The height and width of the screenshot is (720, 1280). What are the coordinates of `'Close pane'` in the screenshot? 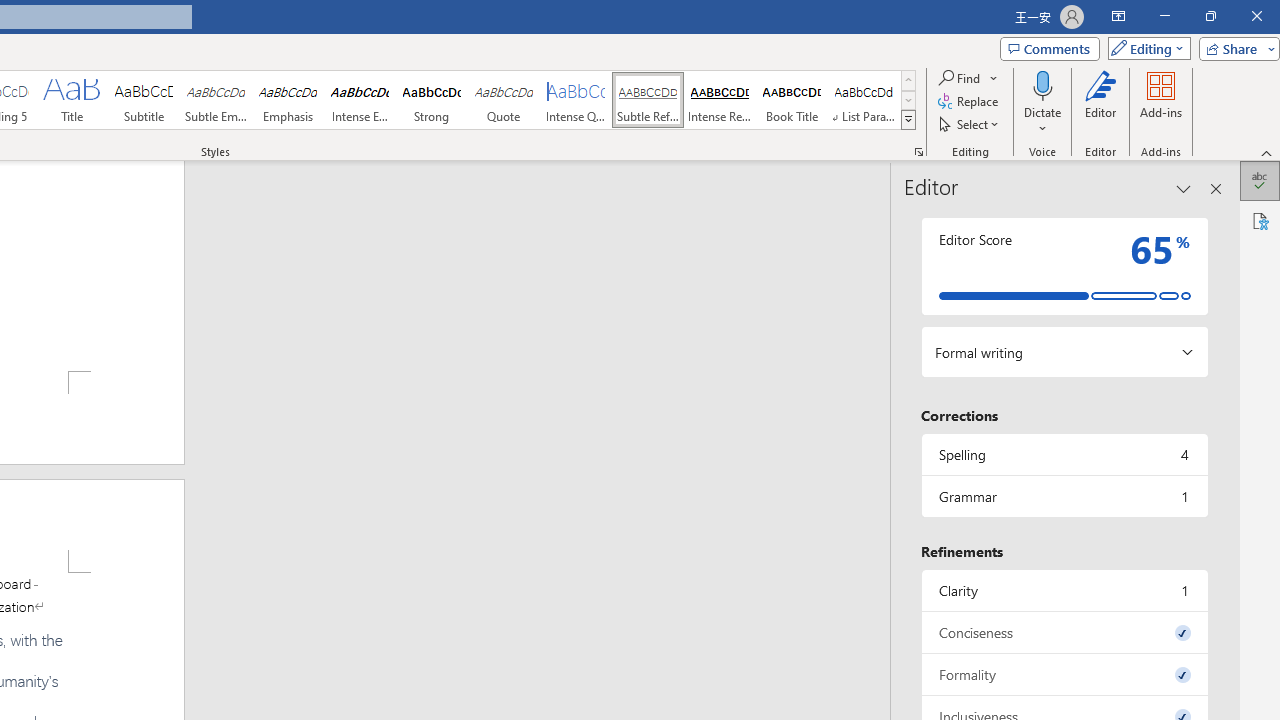 It's located at (1215, 189).